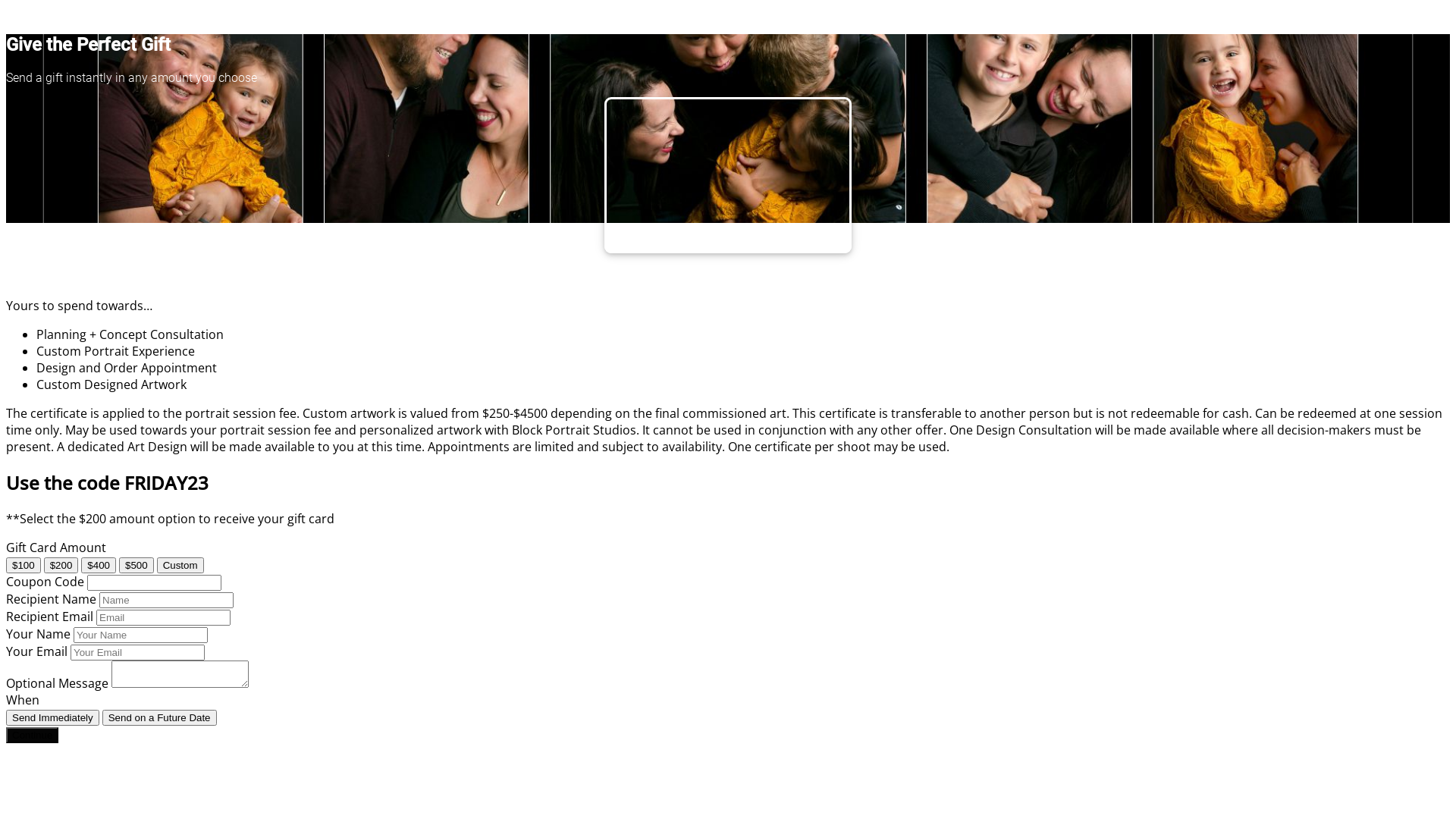 This screenshot has height=819, width=1456. I want to click on 'Custom', so click(156, 565).